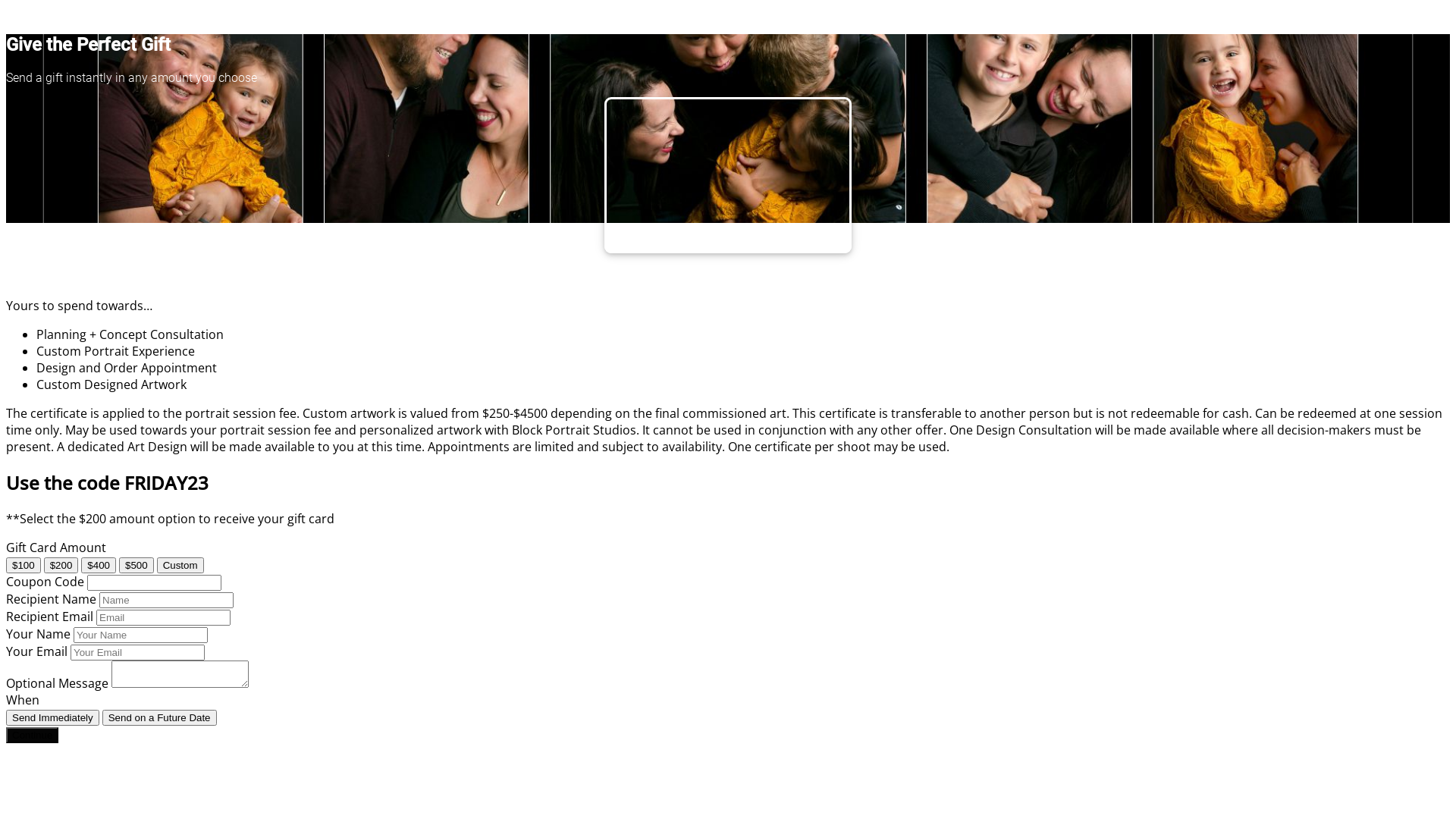 This screenshot has height=819, width=1456. I want to click on 'Custom', so click(156, 565).